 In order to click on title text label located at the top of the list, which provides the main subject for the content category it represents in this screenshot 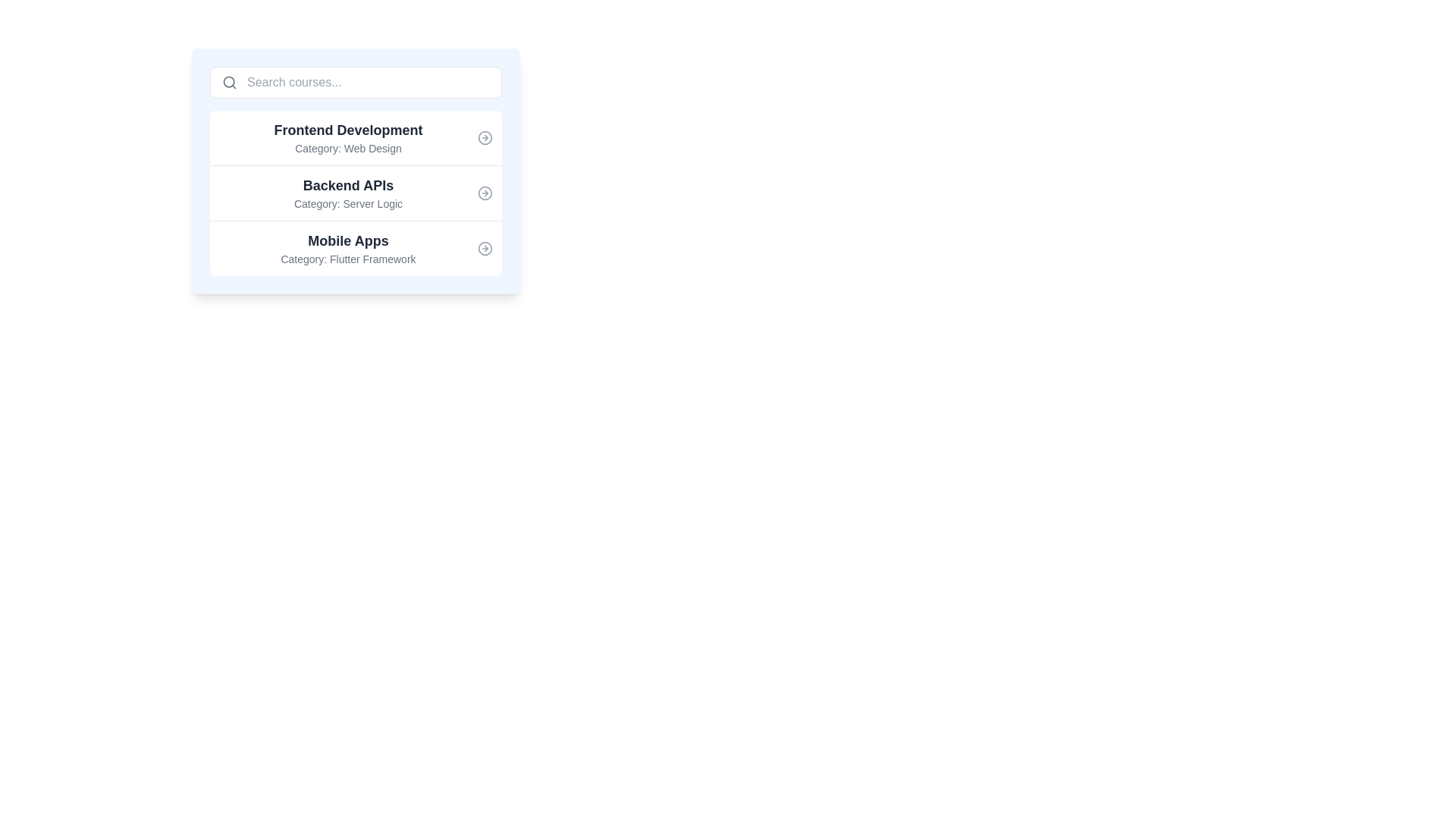, I will do `click(347, 130)`.